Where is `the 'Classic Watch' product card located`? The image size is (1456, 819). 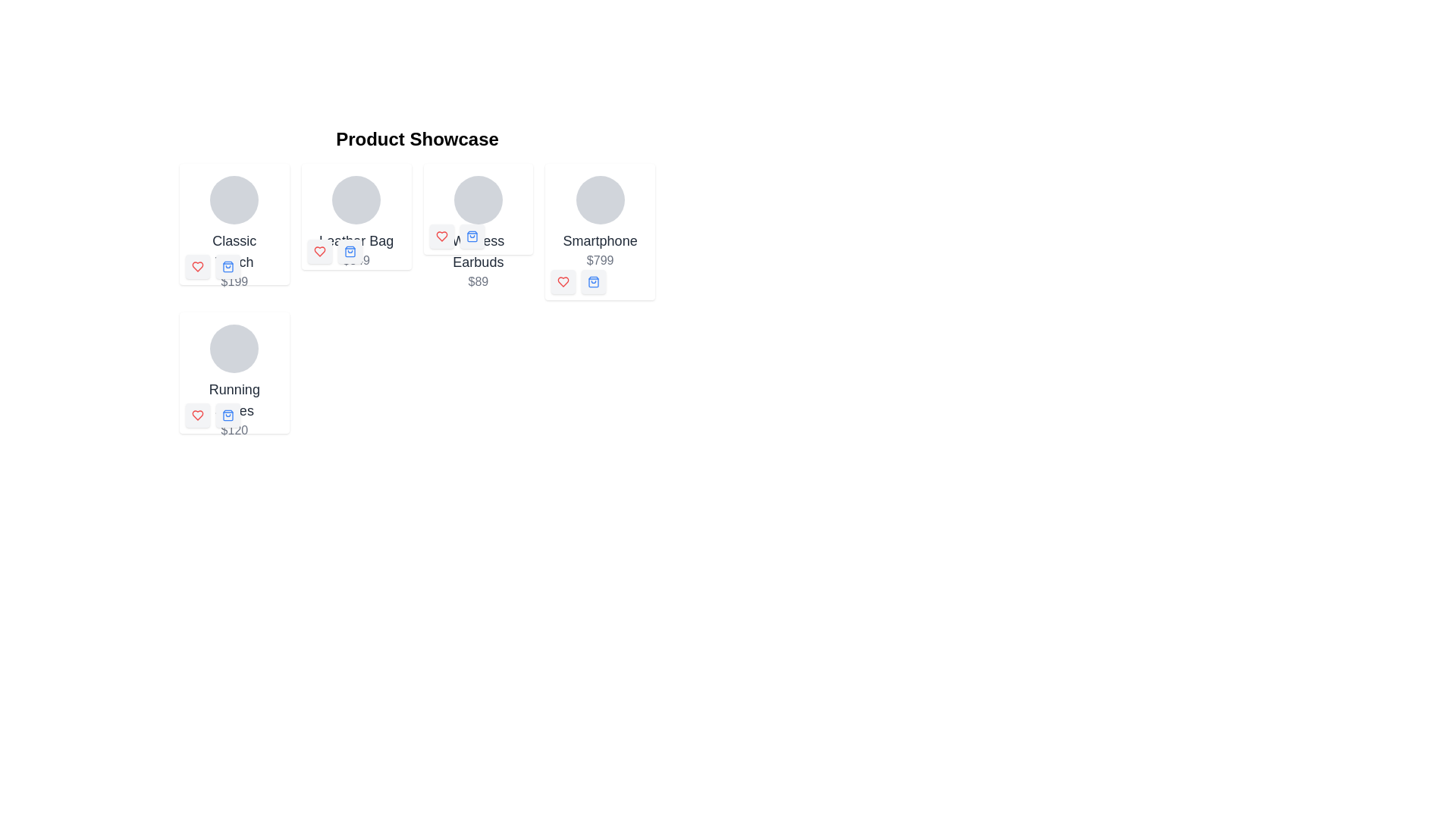
the 'Classic Watch' product card located is located at coordinates (234, 234).